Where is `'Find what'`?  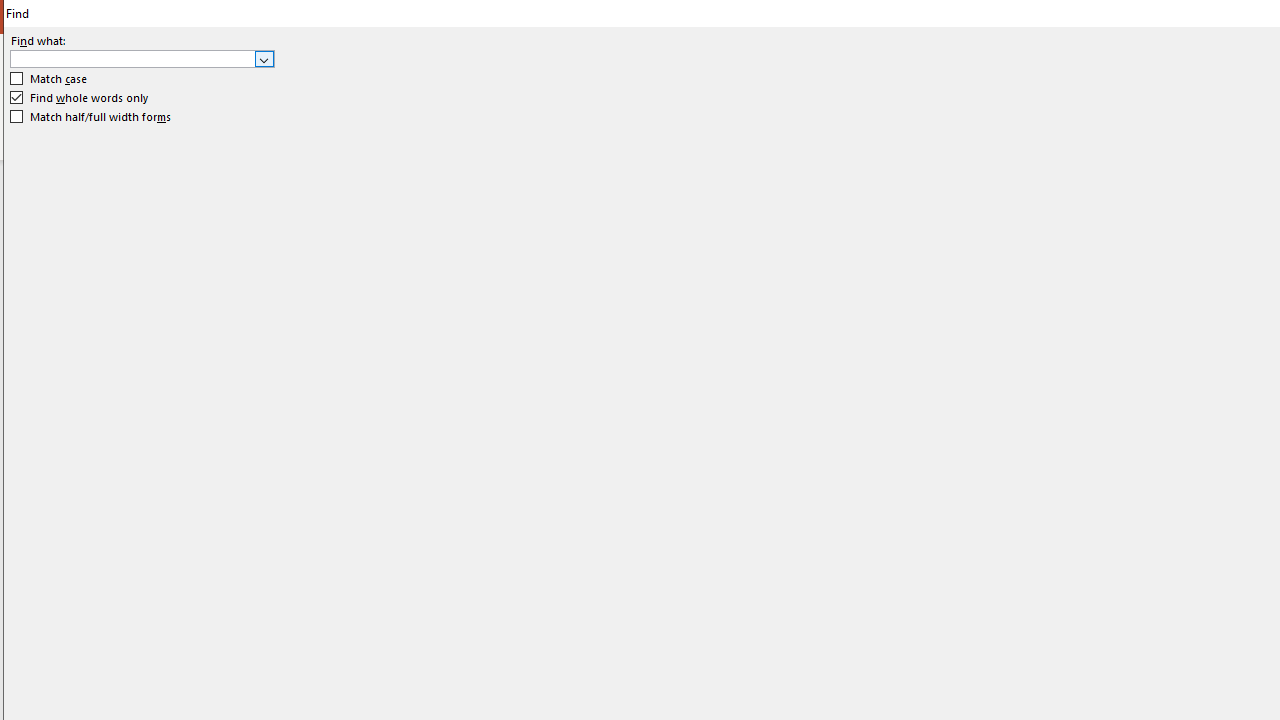 'Find what' is located at coordinates (132, 58).